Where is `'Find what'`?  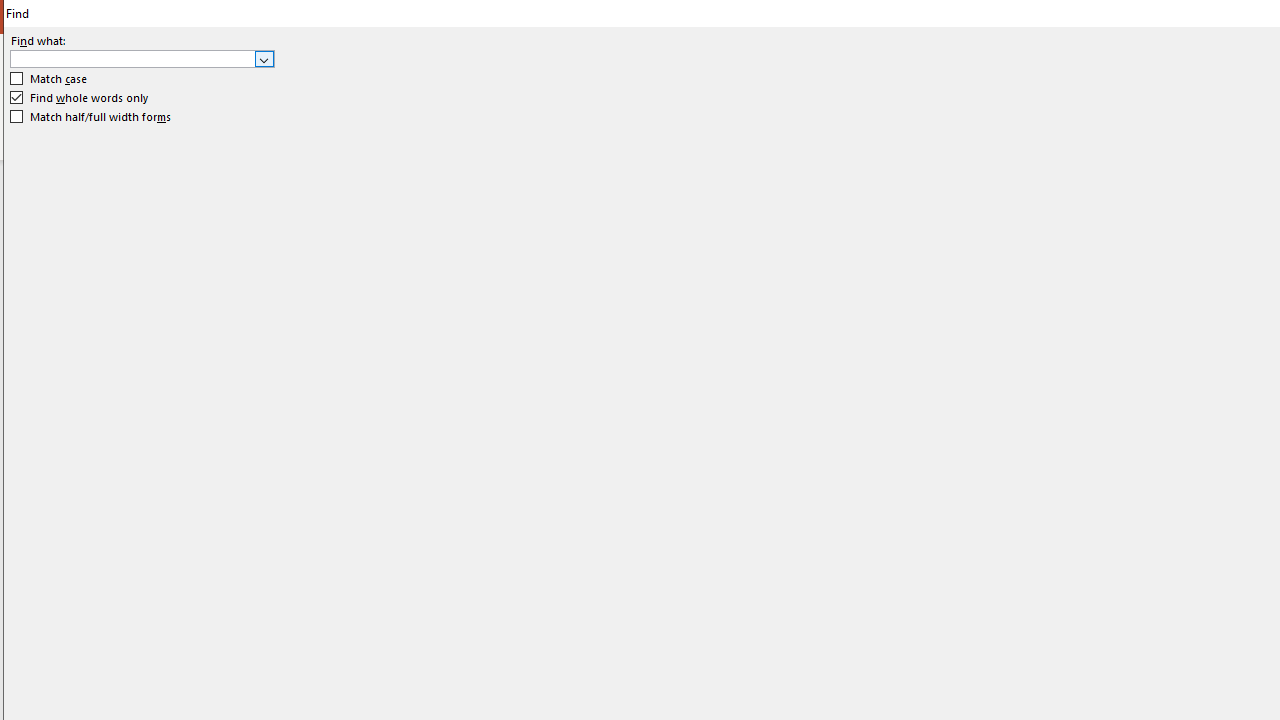 'Find what' is located at coordinates (132, 58).